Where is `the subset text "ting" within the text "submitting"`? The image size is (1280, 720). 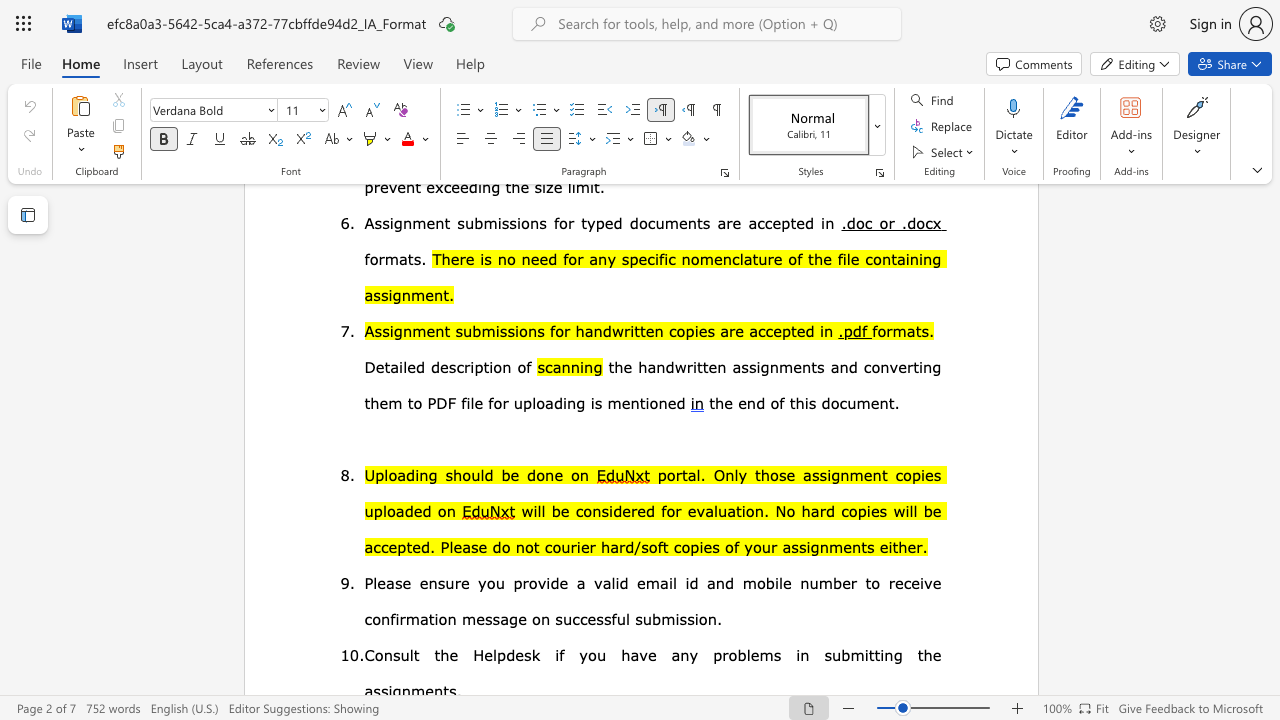
the subset text "ting" within the text "submitting" is located at coordinates (874, 654).